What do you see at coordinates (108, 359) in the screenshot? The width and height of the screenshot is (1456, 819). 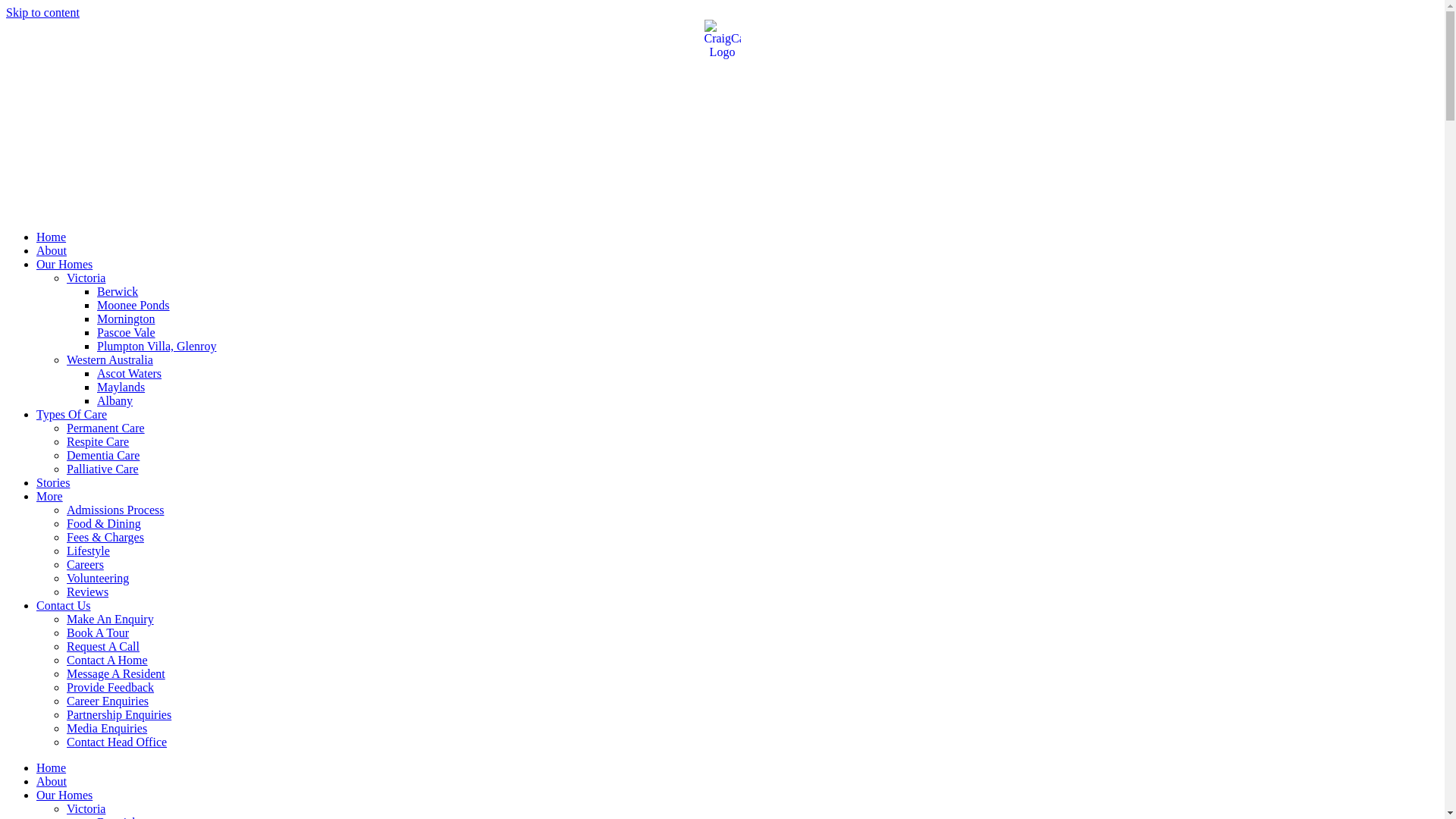 I see `'Western Australia'` at bounding box center [108, 359].